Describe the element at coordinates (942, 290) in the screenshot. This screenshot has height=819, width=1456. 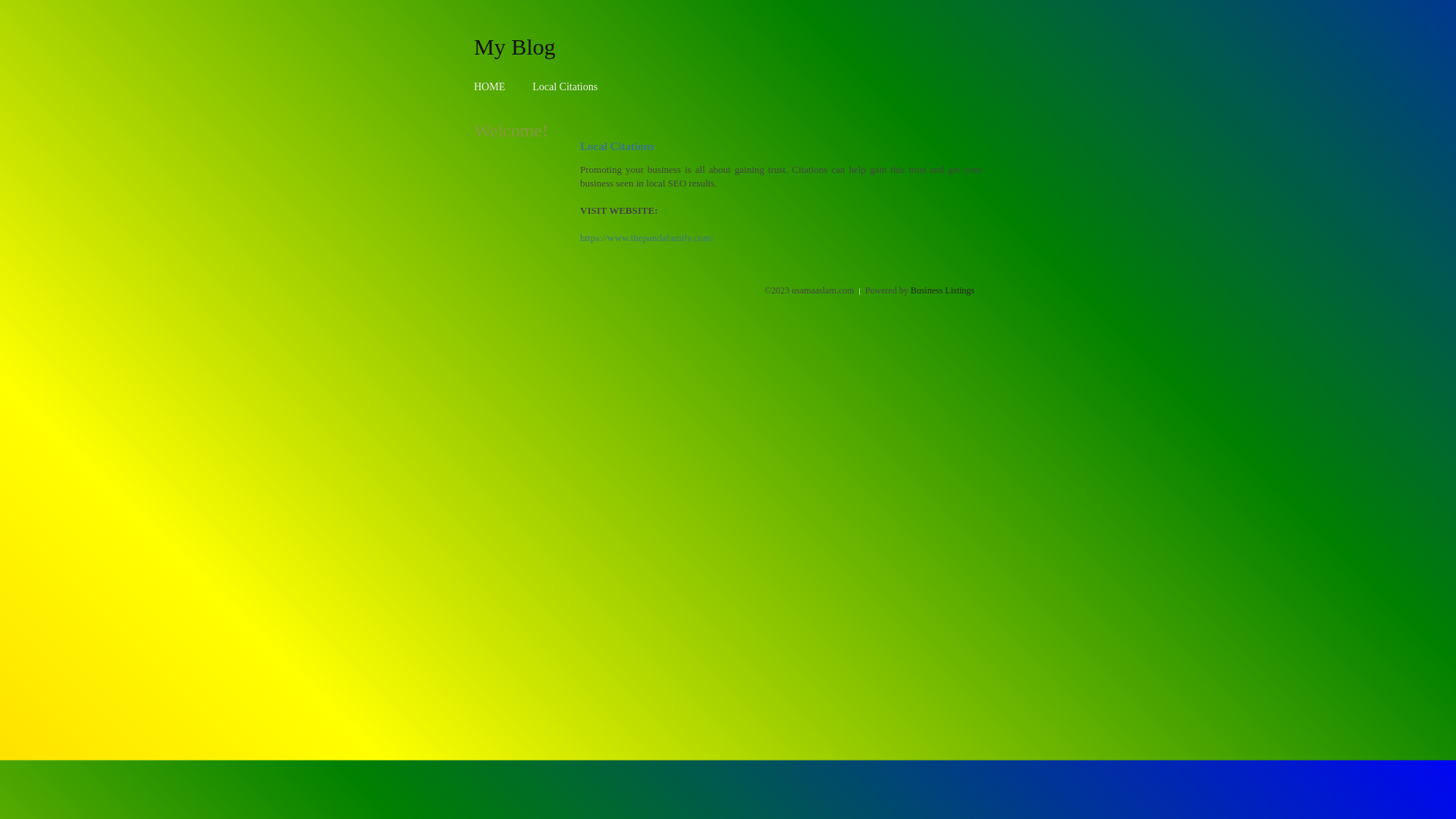
I see `'Business Listings'` at that location.